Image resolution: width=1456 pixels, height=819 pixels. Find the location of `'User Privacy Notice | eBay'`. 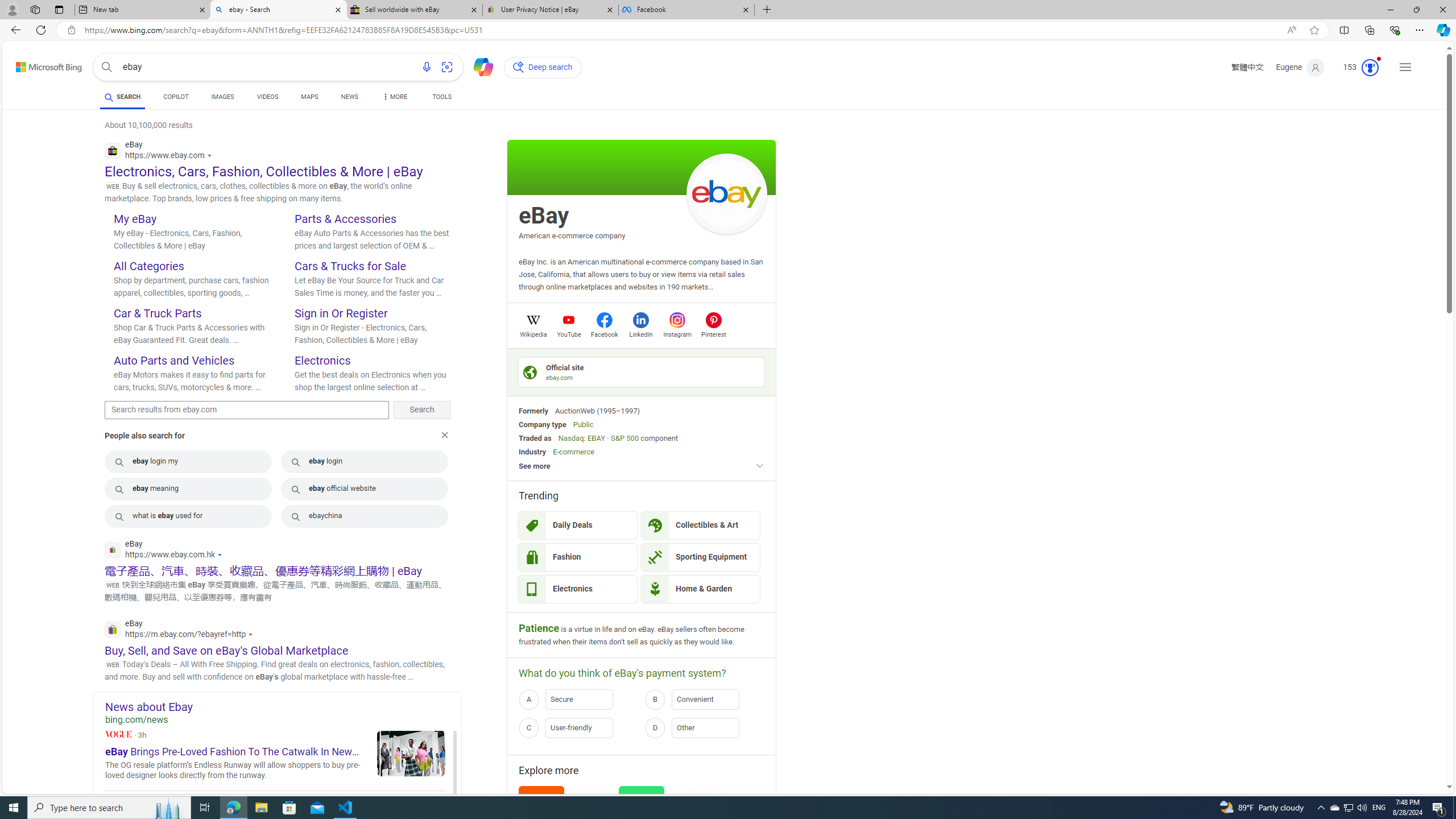

'User Privacy Notice | eBay' is located at coordinates (549, 9).